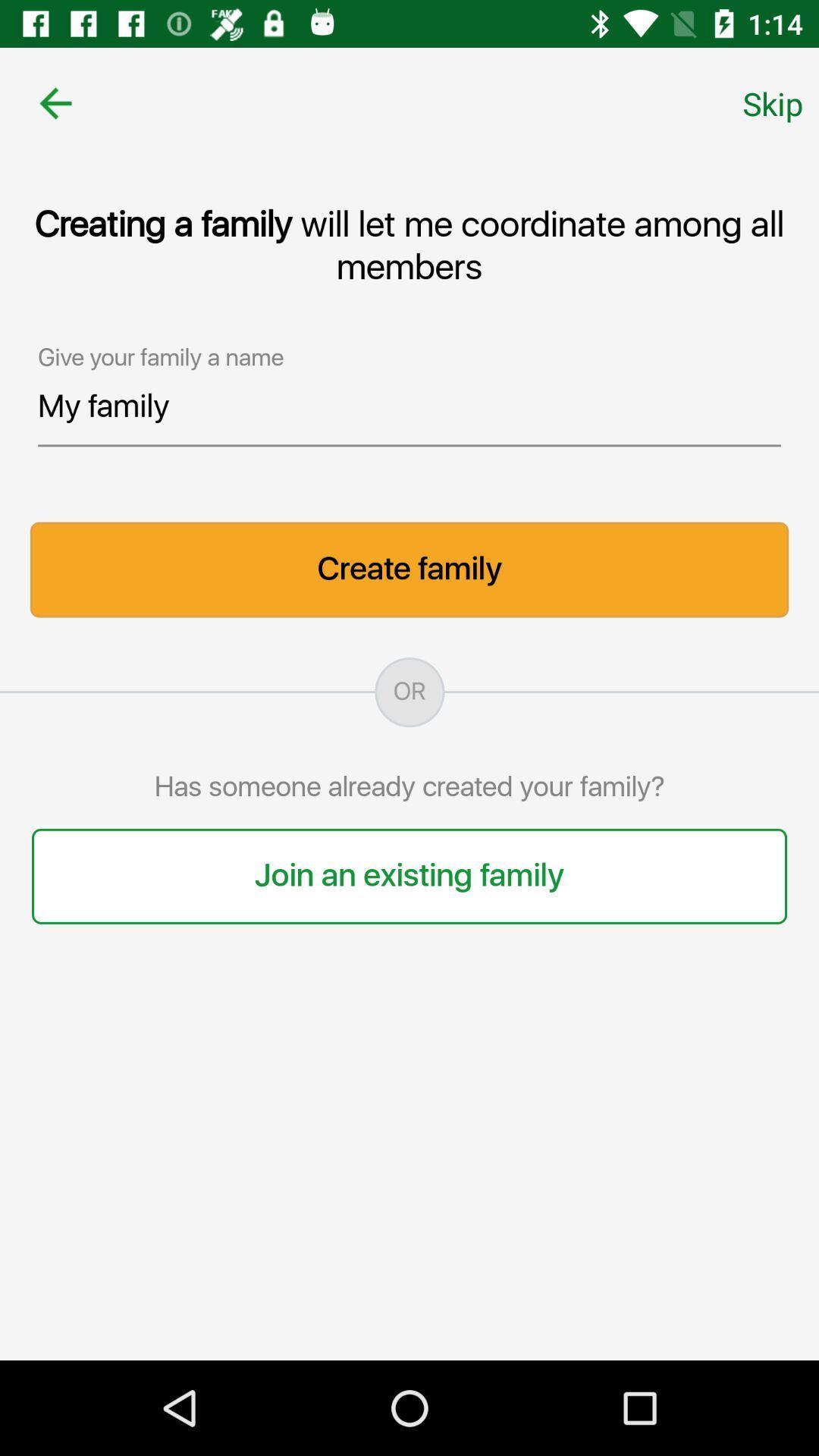 The height and width of the screenshot is (1456, 819). Describe the element at coordinates (55, 102) in the screenshot. I see `the icon above creating a family item` at that location.